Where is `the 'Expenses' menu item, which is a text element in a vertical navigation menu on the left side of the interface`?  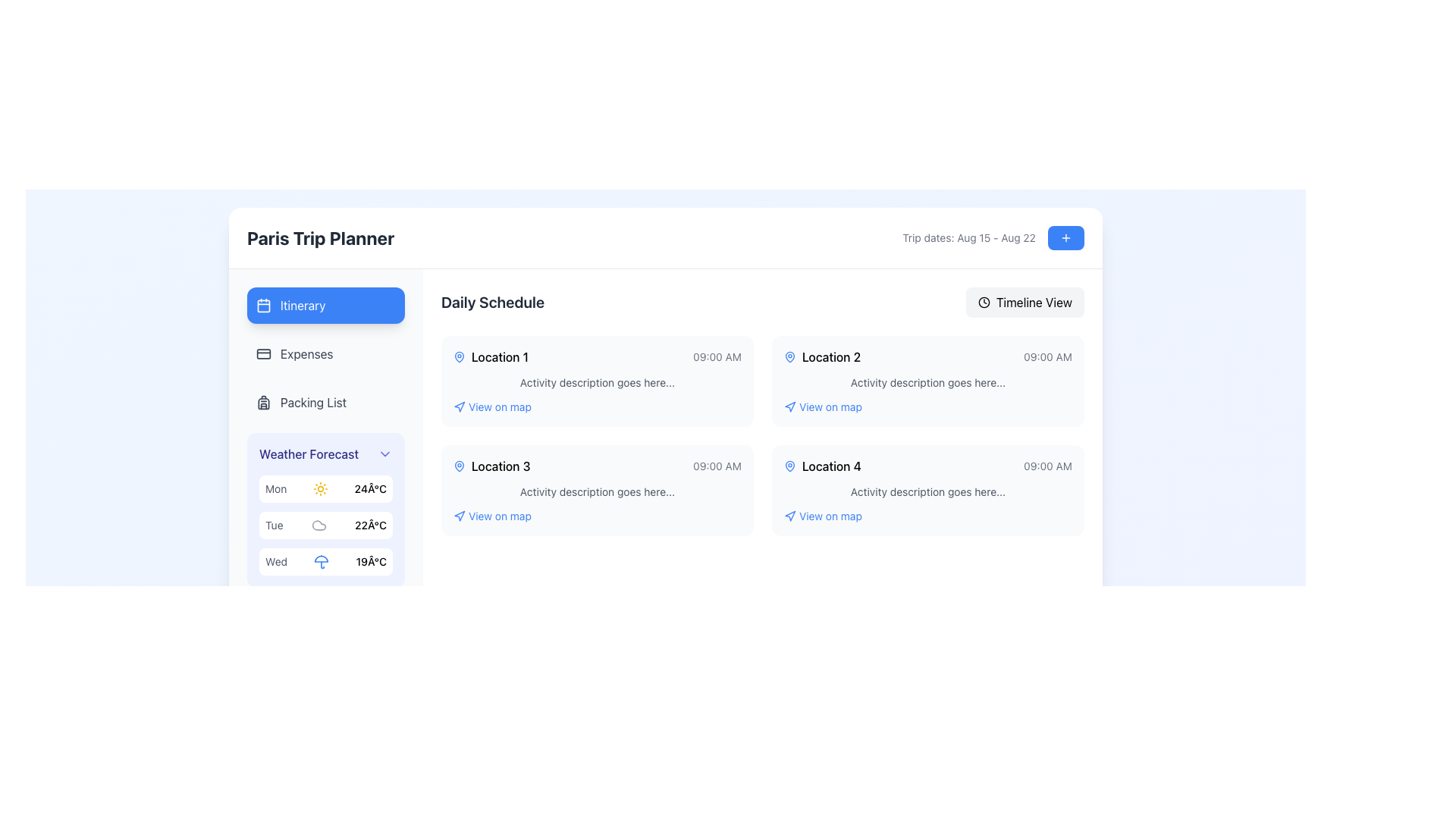 the 'Expenses' menu item, which is a text element in a vertical navigation menu on the left side of the interface is located at coordinates (306, 353).